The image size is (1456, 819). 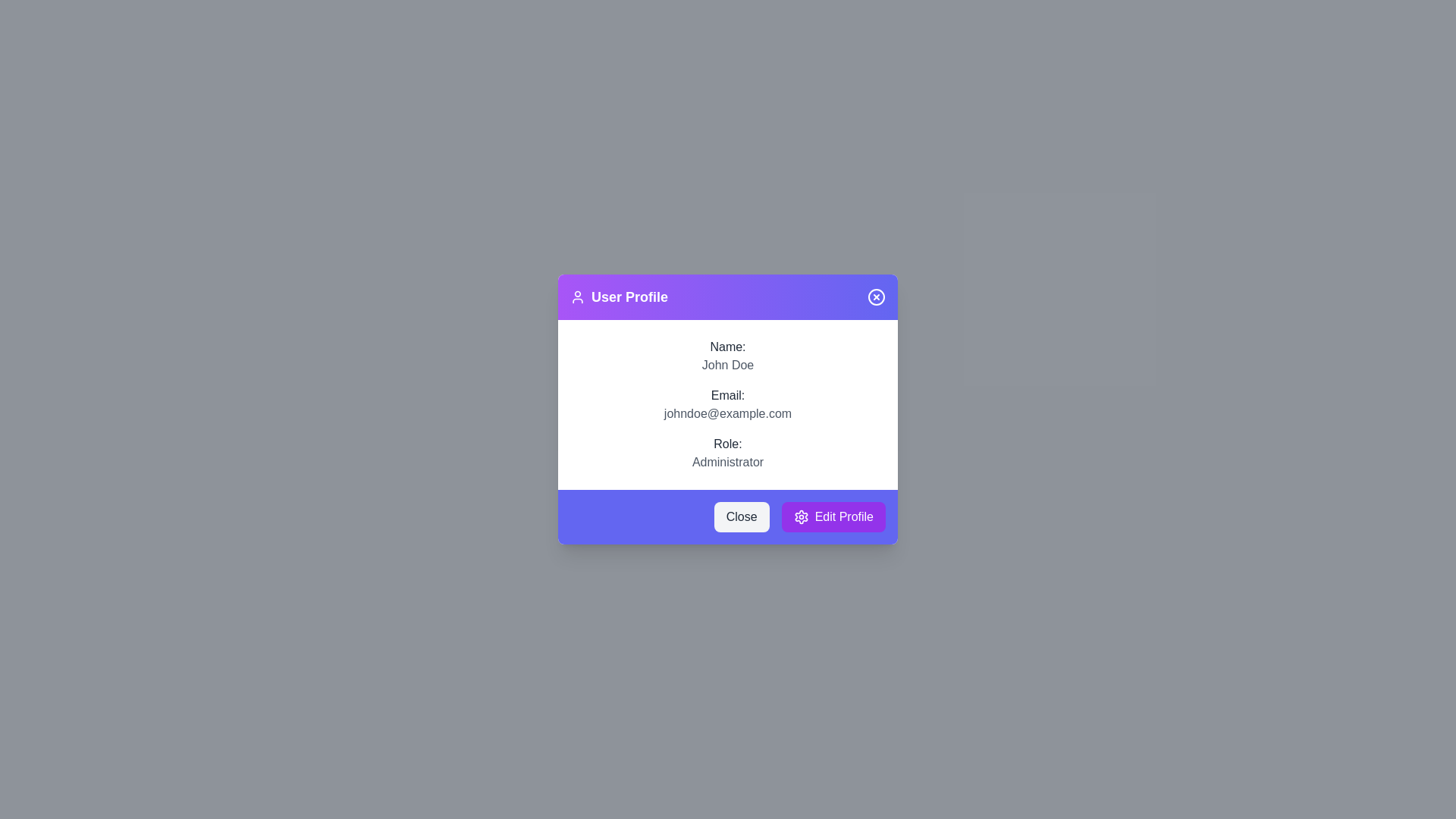 What do you see at coordinates (728, 414) in the screenshot?
I see `the text label displaying 'johndoe@example.com', which is styled in gray and located below the 'Email:' label in the user profile dialog` at bounding box center [728, 414].